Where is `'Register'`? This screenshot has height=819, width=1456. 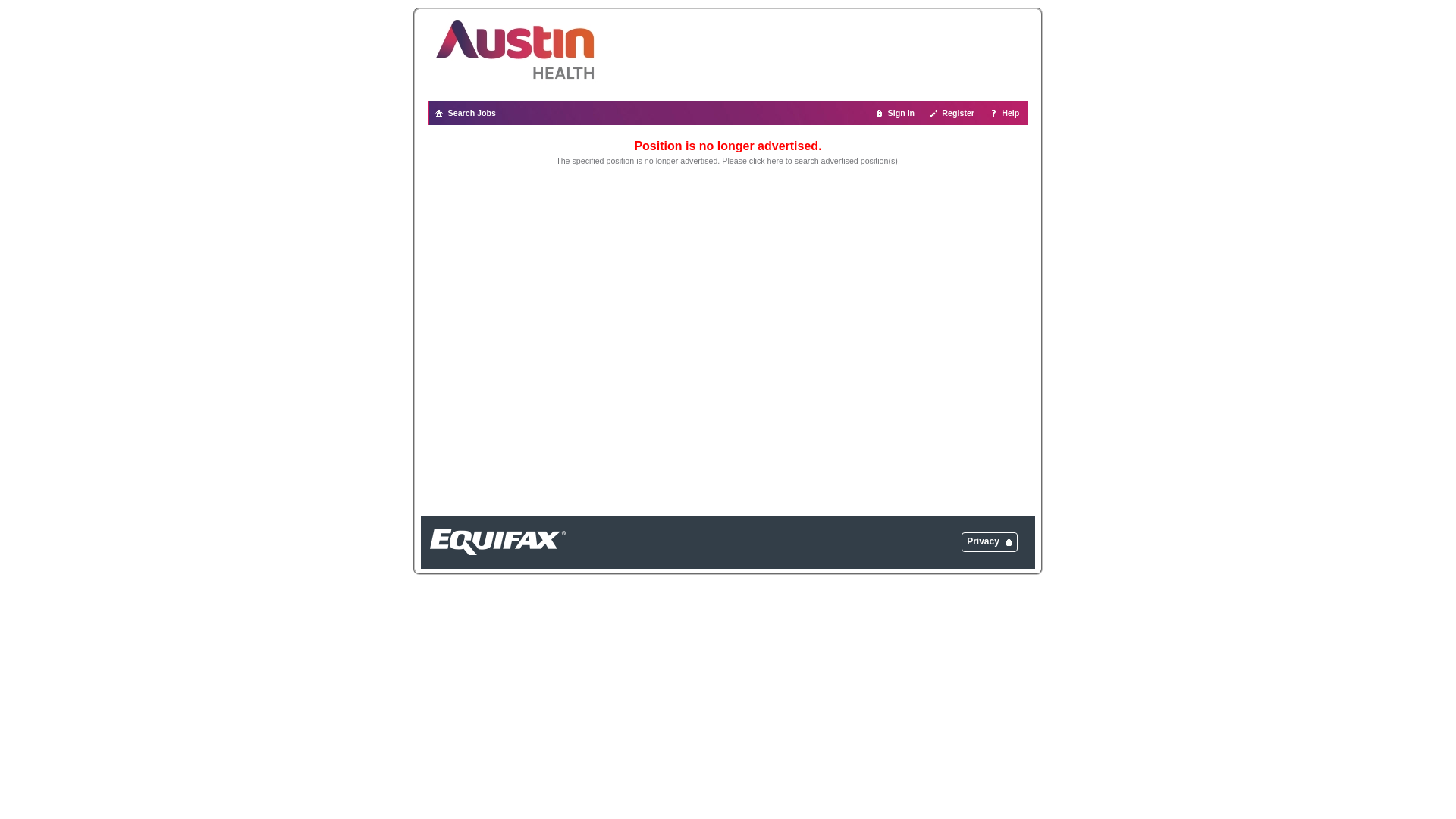 'Register' is located at coordinates (952, 112).